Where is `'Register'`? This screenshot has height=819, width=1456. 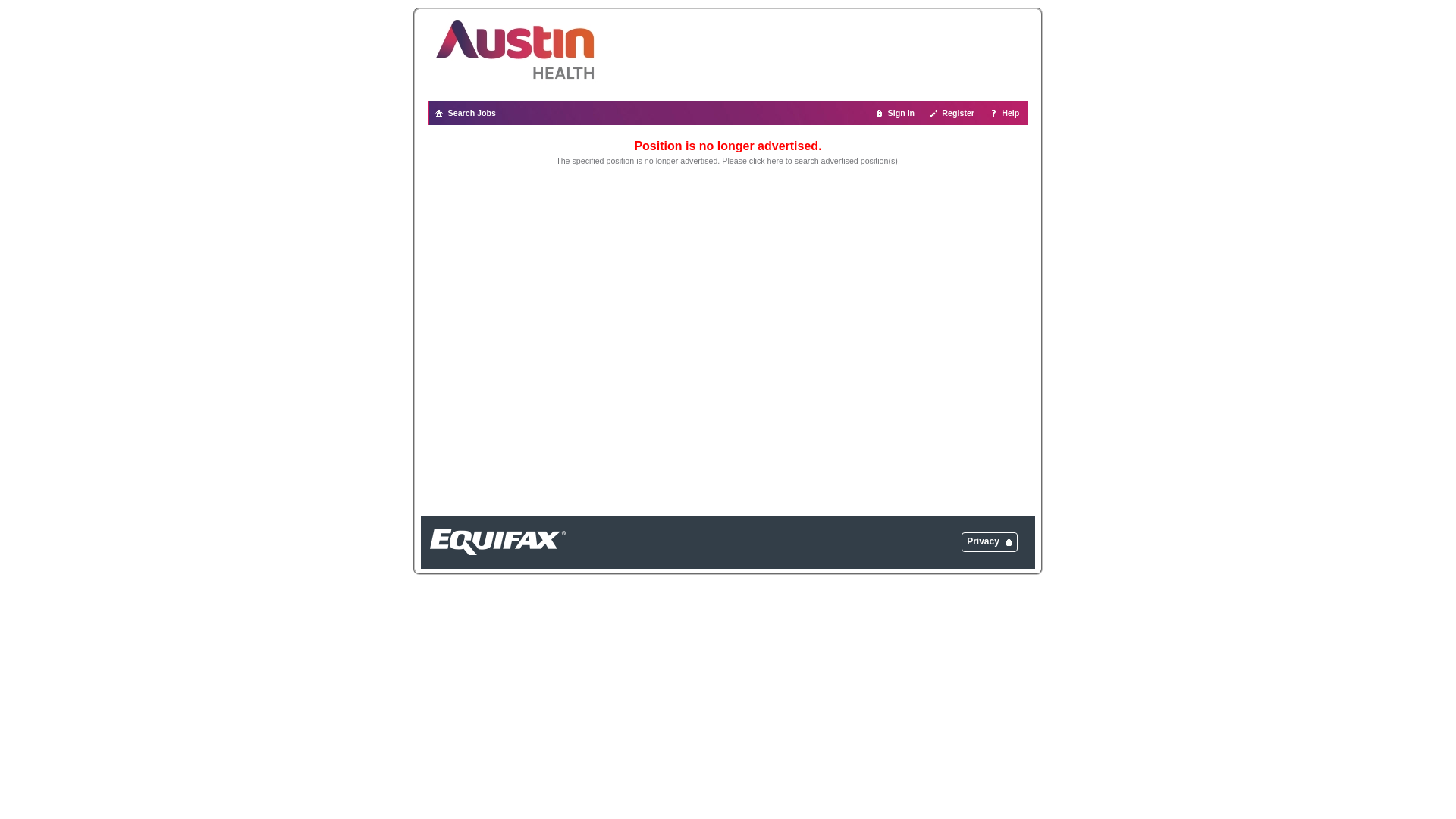 'Register' is located at coordinates (952, 112).